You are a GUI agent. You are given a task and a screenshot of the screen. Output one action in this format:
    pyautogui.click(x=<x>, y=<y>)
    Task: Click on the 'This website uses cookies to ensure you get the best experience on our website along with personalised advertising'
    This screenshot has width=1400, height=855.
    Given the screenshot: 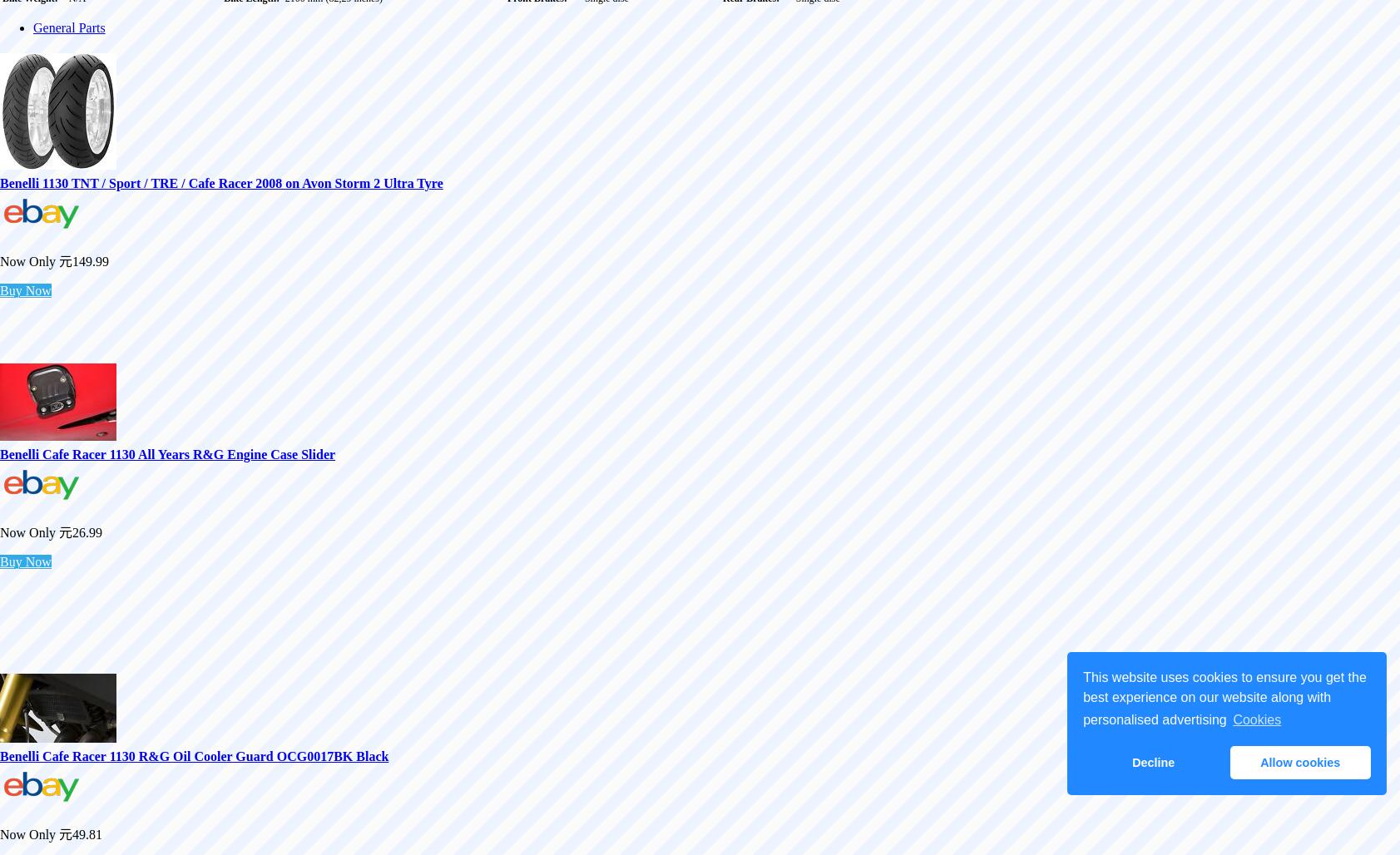 What is the action you would take?
    pyautogui.click(x=1224, y=697)
    